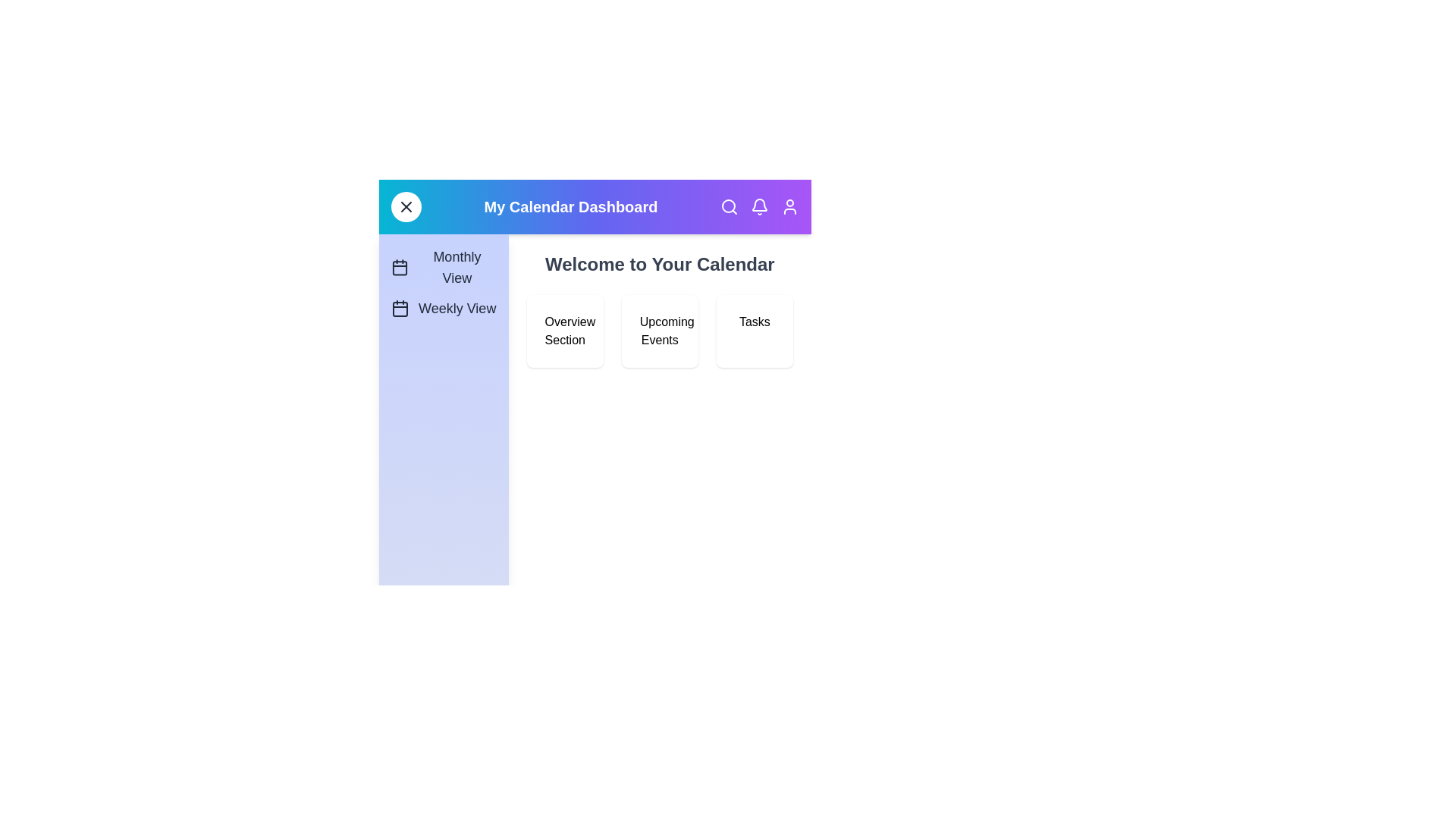  What do you see at coordinates (729, 207) in the screenshot?
I see `the search icon button located in the top right of the purple navigation bar` at bounding box center [729, 207].